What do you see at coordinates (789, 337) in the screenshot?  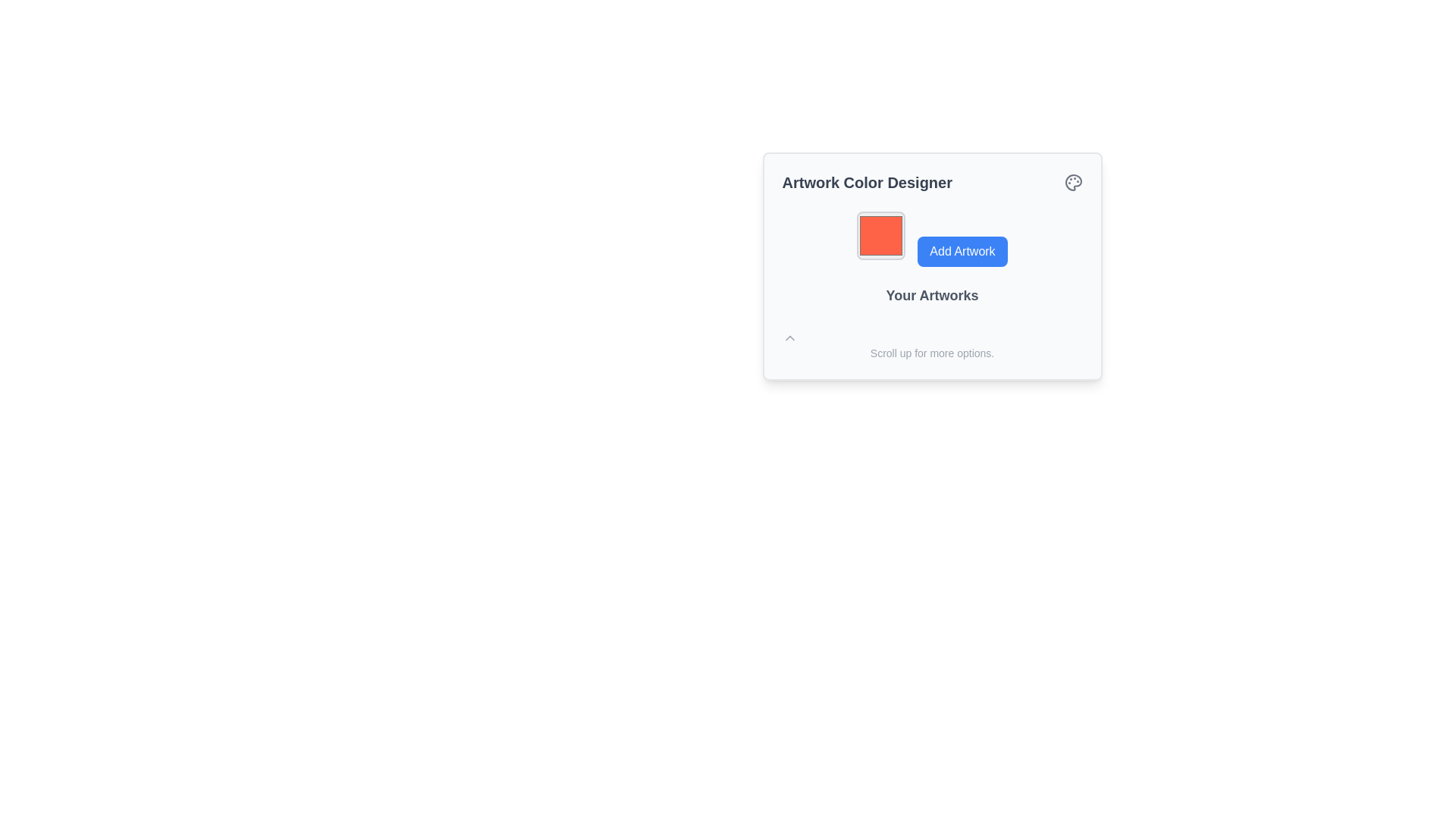 I see `the upward chevron icon located at the bottom left of the main card interface, which indicates to scroll up for more options` at bounding box center [789, 337].